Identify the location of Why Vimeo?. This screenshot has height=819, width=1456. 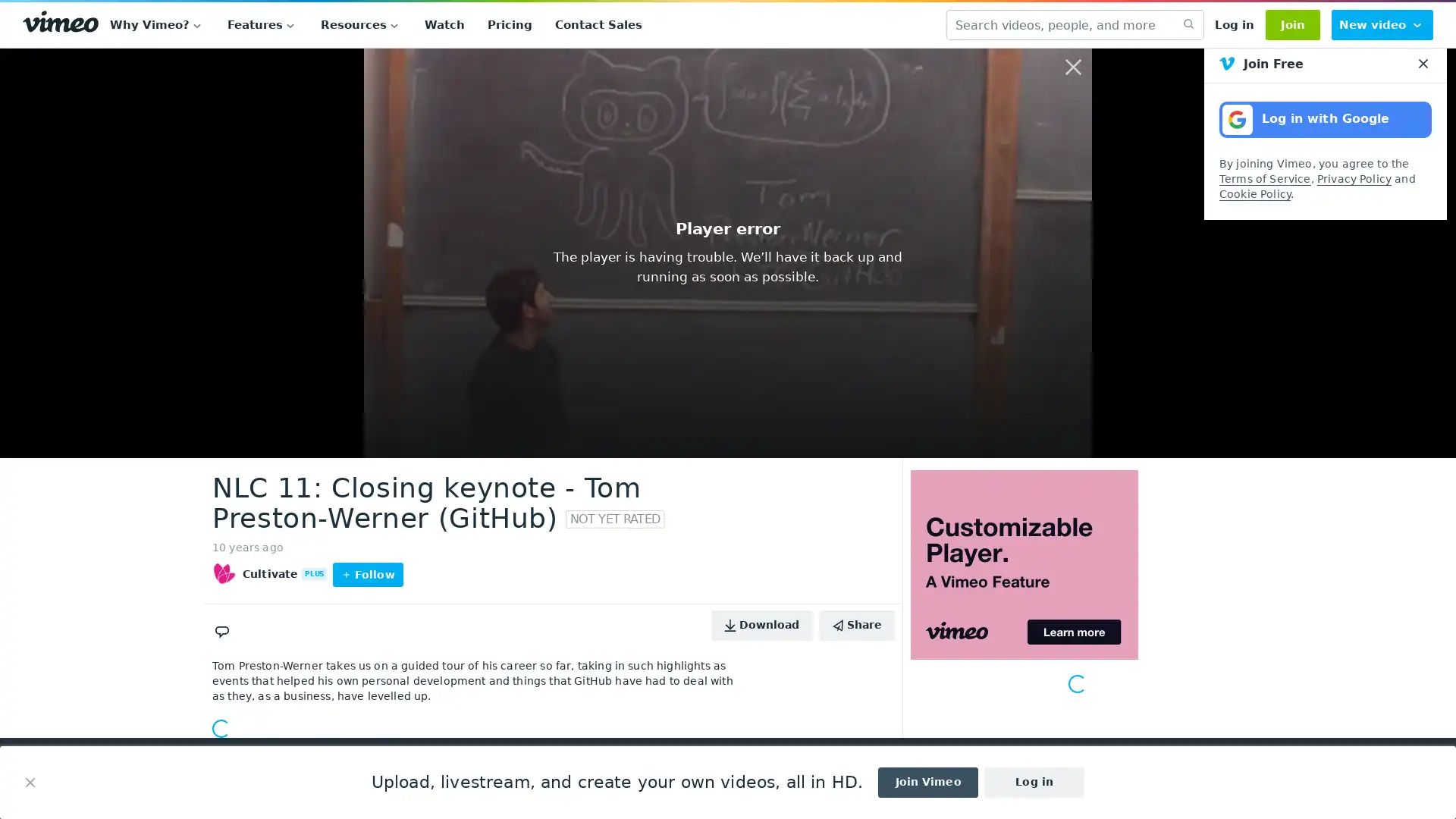
(157, 25).